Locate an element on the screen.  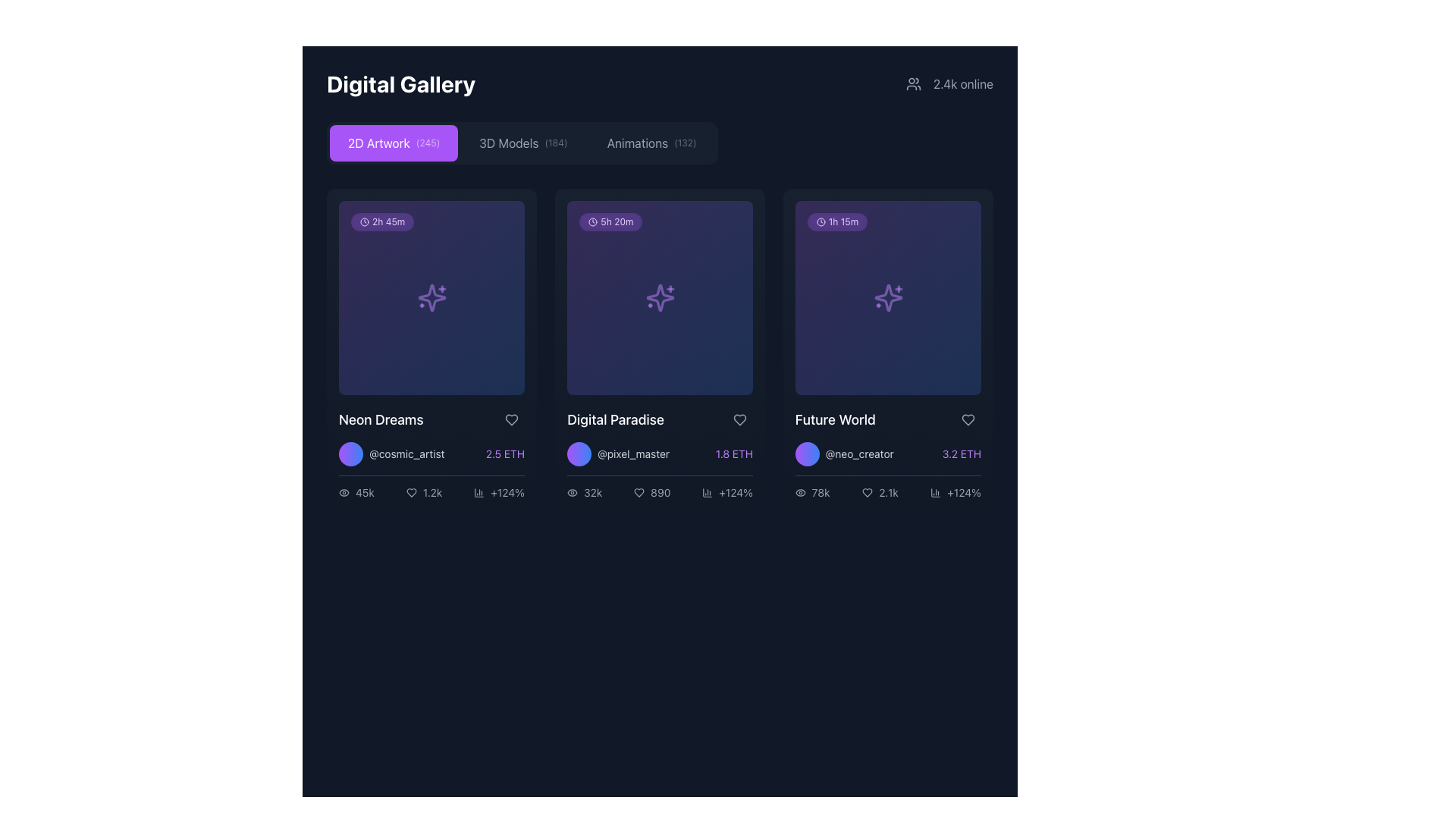
the eye-shaped icon followed by the text '78k' located at the bottom-left corner of the 'Future World' card, which indicates views or visibility counts is located at coordinates (811, 493).